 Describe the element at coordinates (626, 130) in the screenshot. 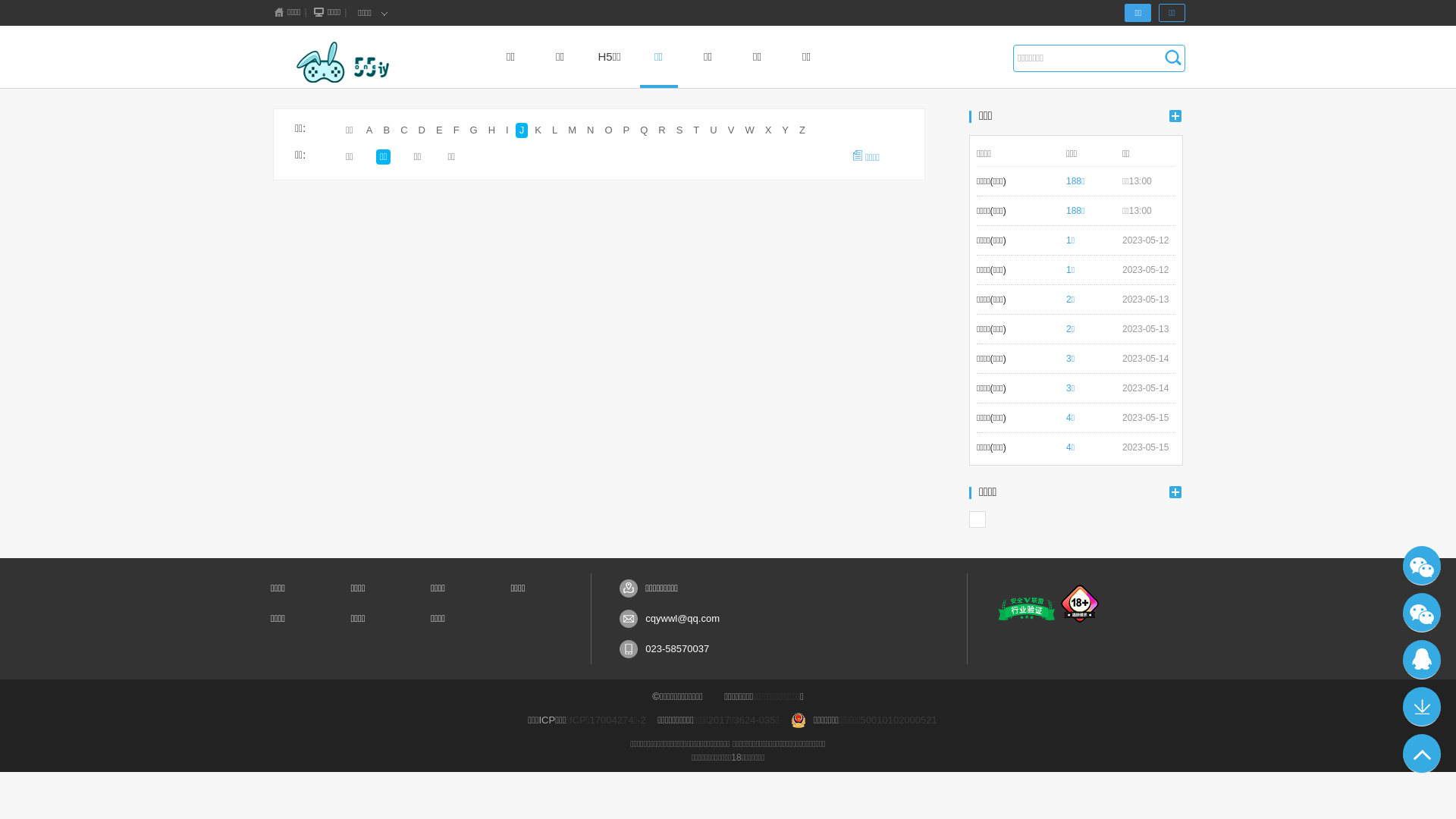

I see `'P'` at that location.